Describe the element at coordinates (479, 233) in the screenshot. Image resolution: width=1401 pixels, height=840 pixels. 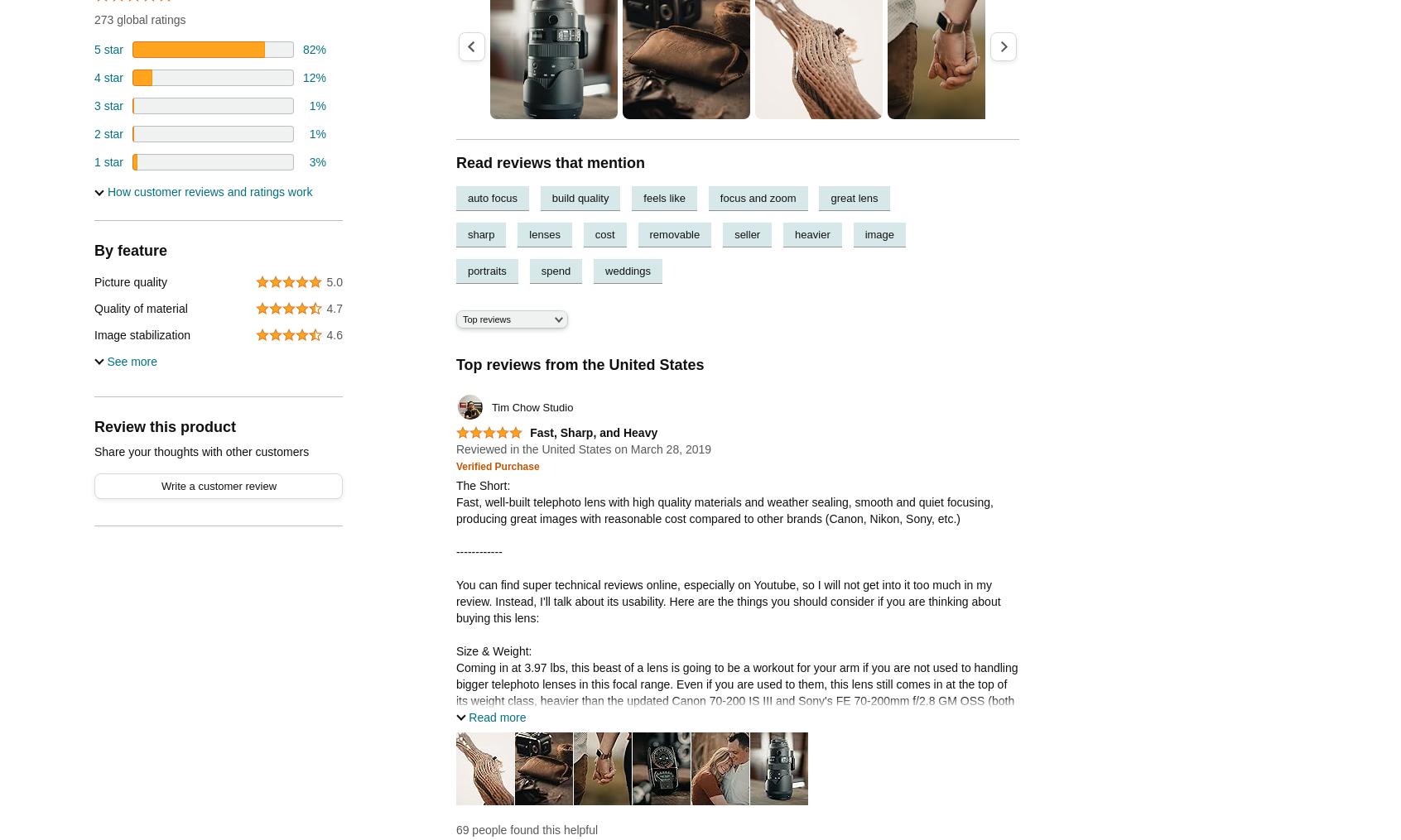
I see `'sharp'` at that location.